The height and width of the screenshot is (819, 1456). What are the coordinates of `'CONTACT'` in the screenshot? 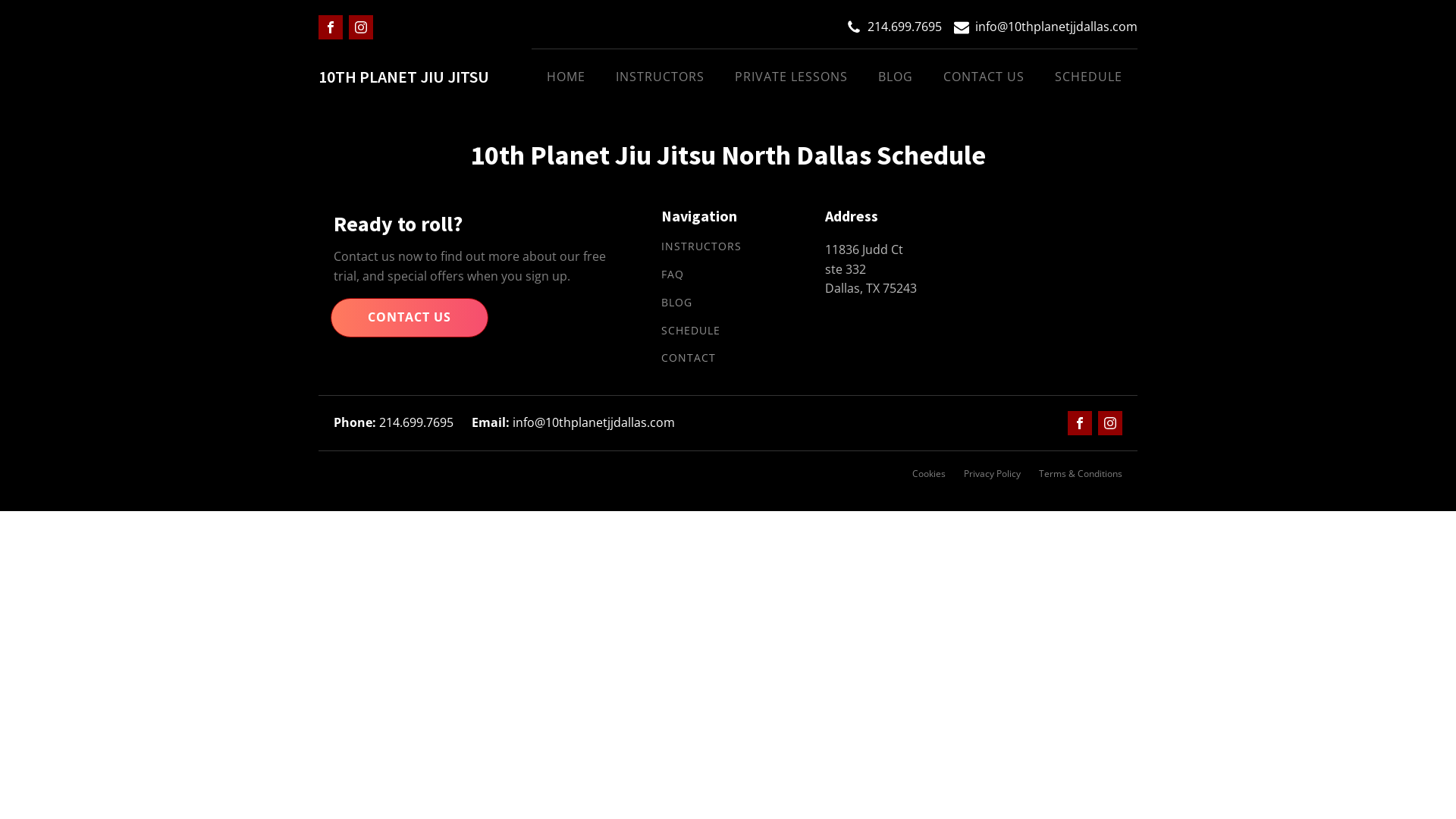 It's located at (687, 358).